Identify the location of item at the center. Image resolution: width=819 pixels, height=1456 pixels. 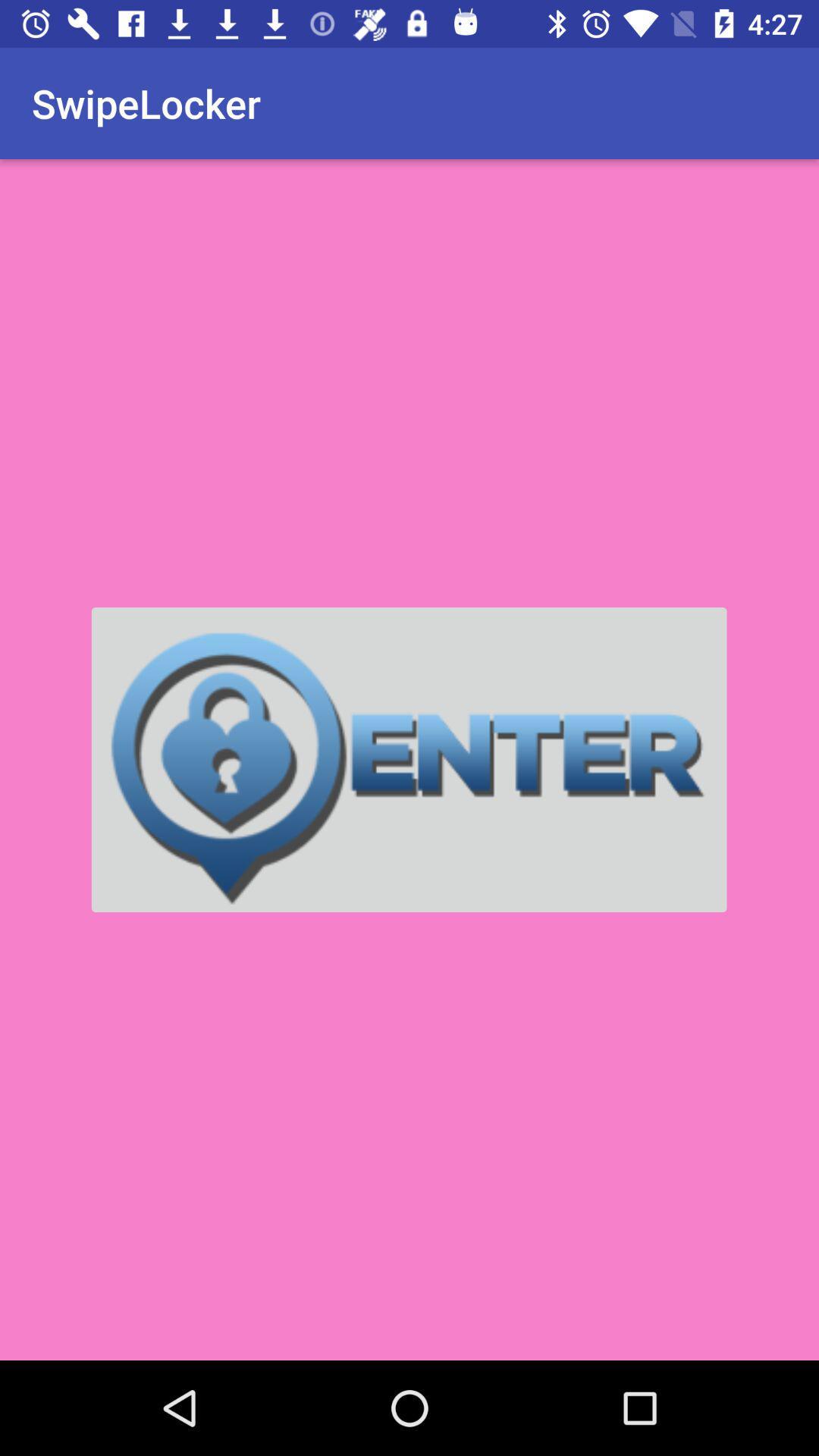
(408, 760).